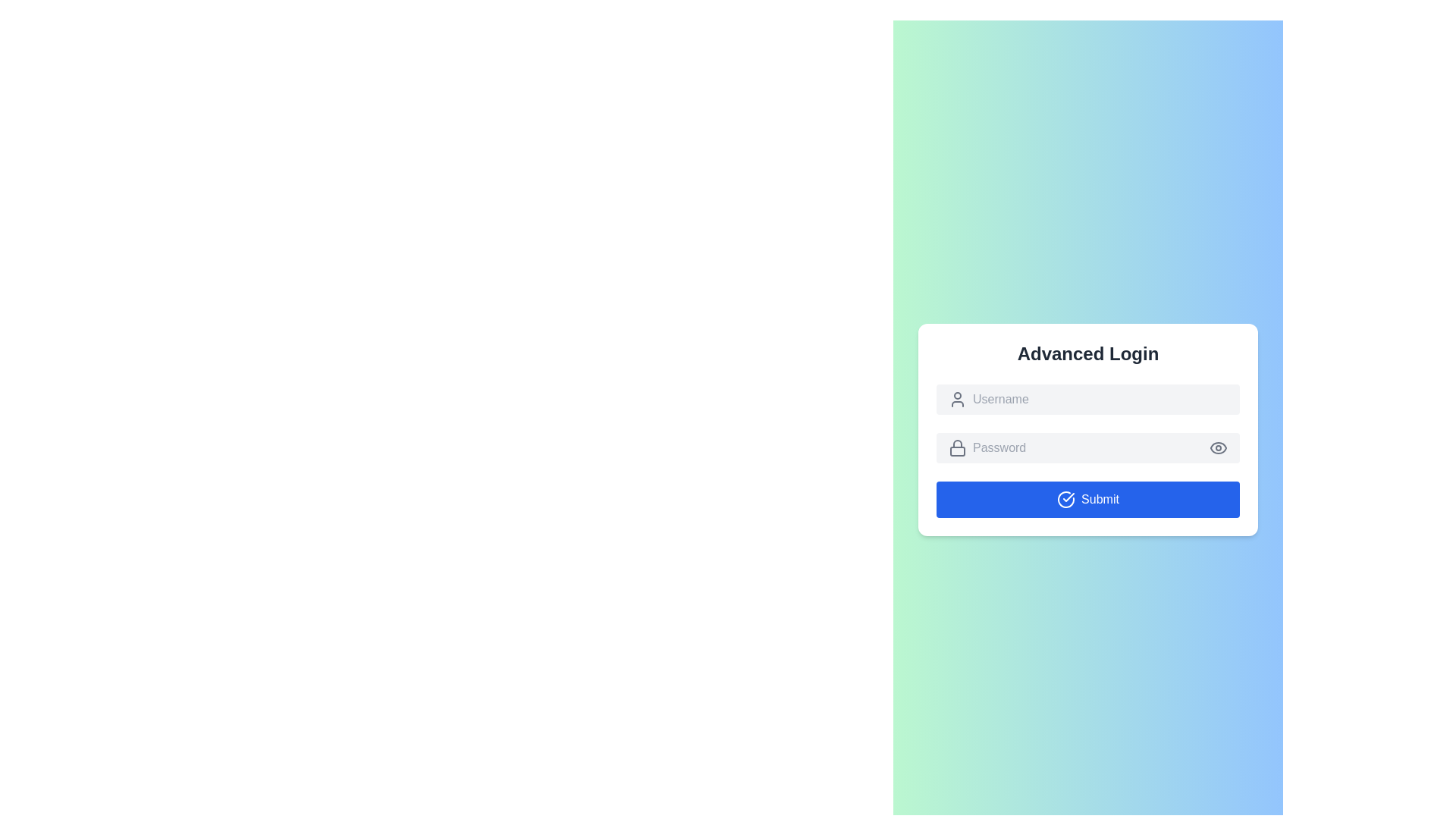  What do you see at coordinates (1087, 430) in the screenshot?
I see `the Password input field located below the username field and above the submit button in the 'Advanced Login' card` at bounding box center [1087, 430].